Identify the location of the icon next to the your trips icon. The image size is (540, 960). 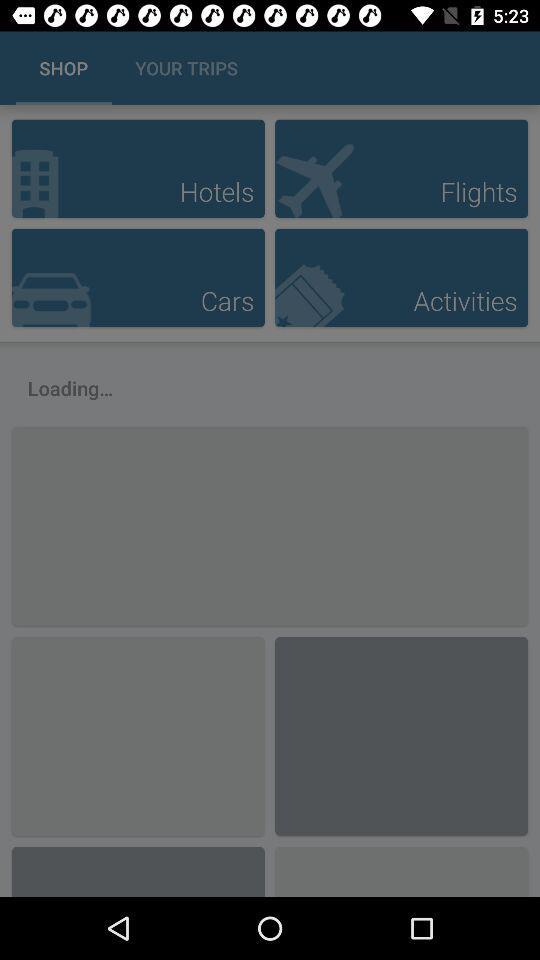
(502, 68).